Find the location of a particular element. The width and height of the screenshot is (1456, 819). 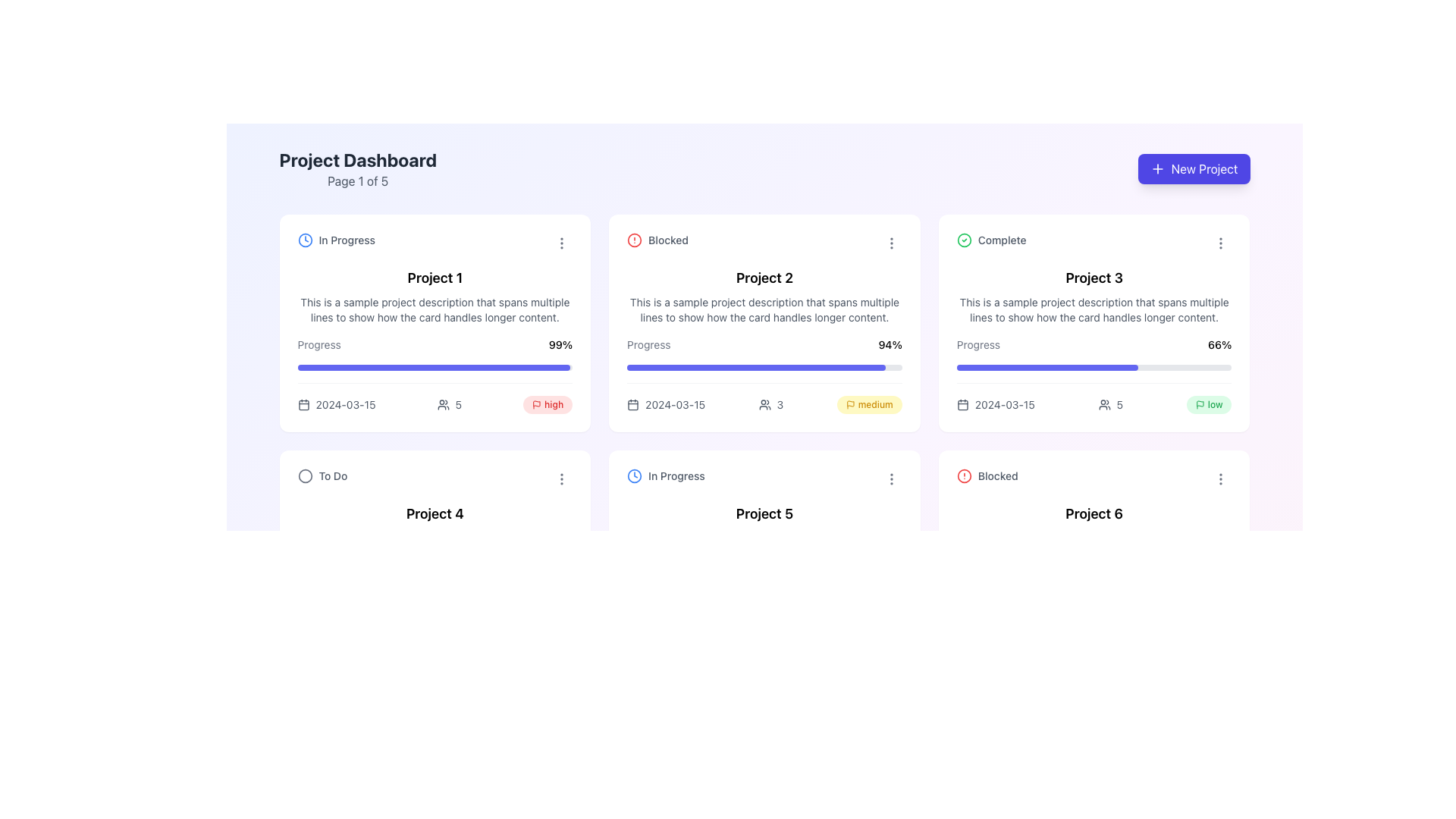

on the Interactive project card titled 'Project 1' located in the upper-left corner of the project cards grid is located at coordinates (434, 322).